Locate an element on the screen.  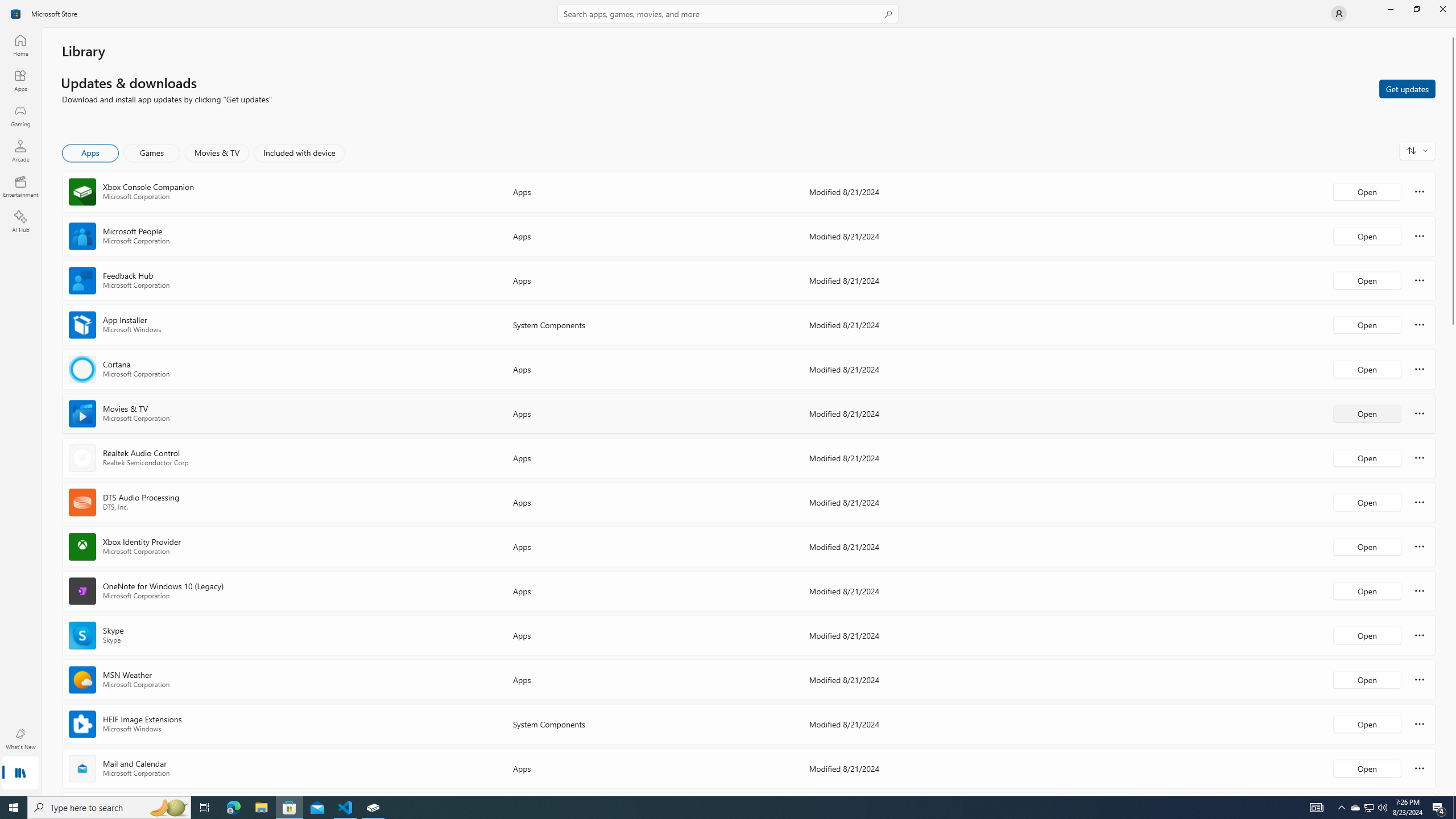
'Sort and filter' is located at coordinates (1417, 150).